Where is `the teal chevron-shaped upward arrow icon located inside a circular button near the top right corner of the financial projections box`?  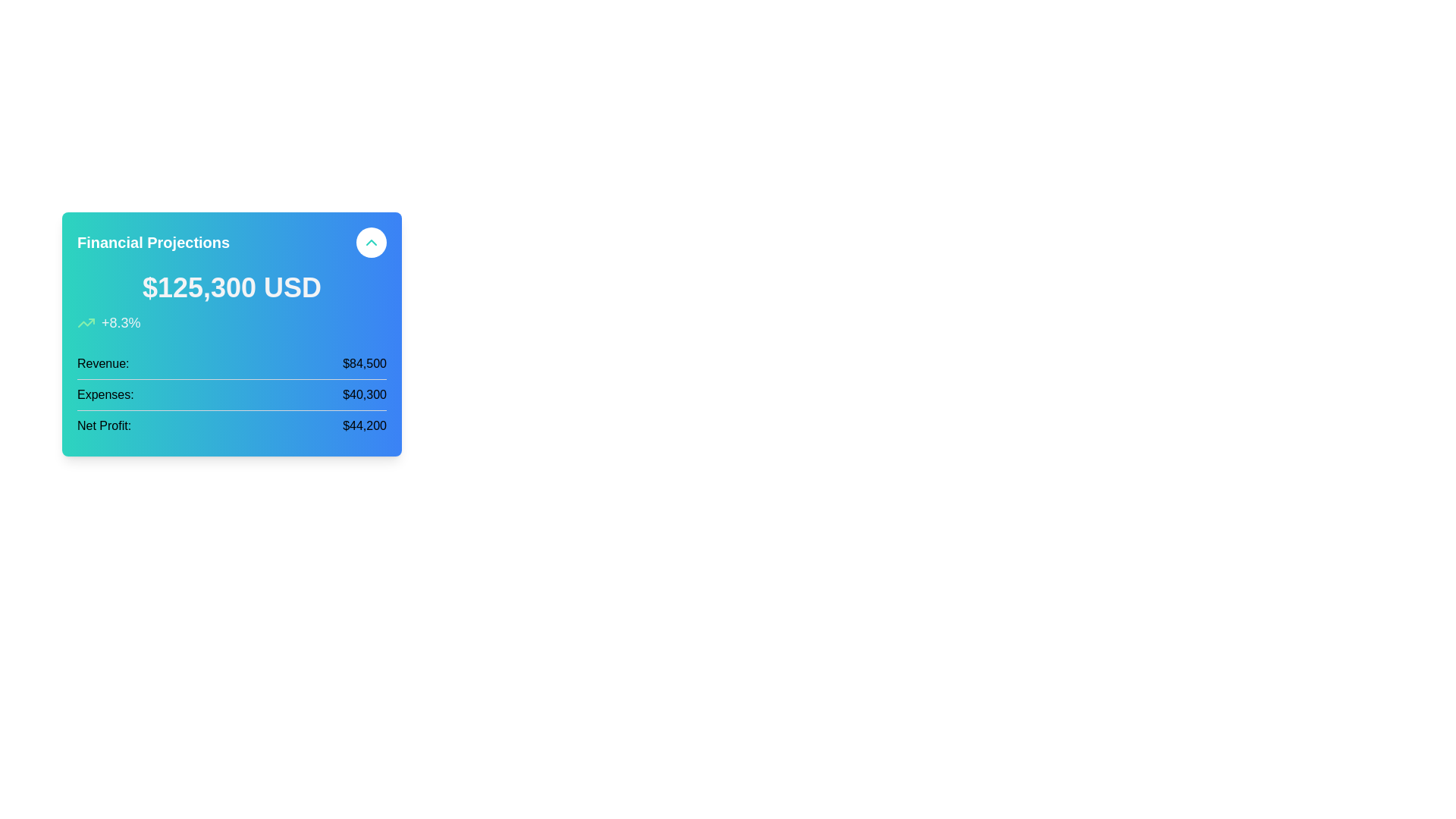 the teal chevron-shaped upward arrow icon located inside a circular button near the top right corner of the financial projections box is located at coordinates (371, 242).